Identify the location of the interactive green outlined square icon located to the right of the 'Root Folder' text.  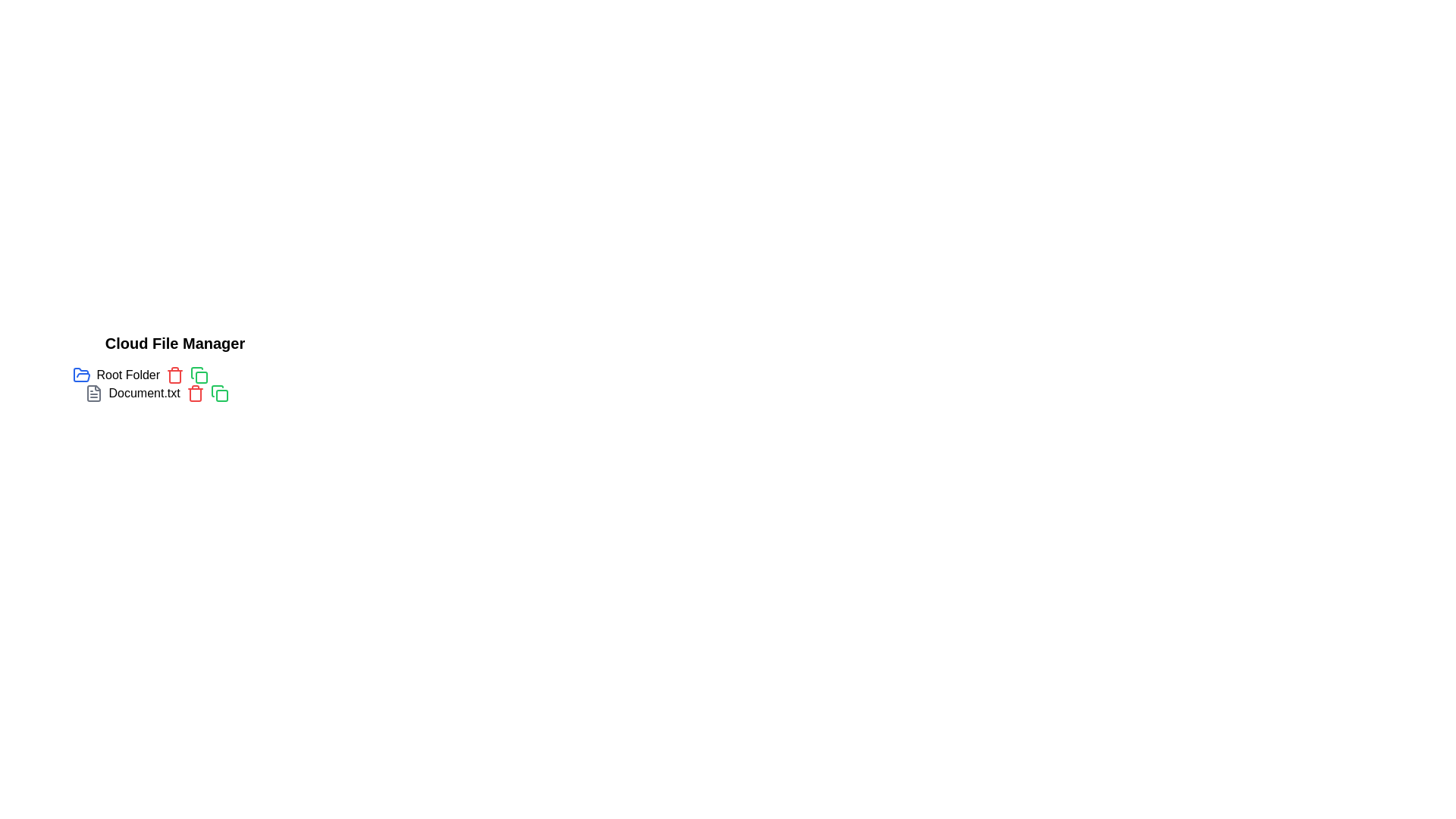
(199, 375).